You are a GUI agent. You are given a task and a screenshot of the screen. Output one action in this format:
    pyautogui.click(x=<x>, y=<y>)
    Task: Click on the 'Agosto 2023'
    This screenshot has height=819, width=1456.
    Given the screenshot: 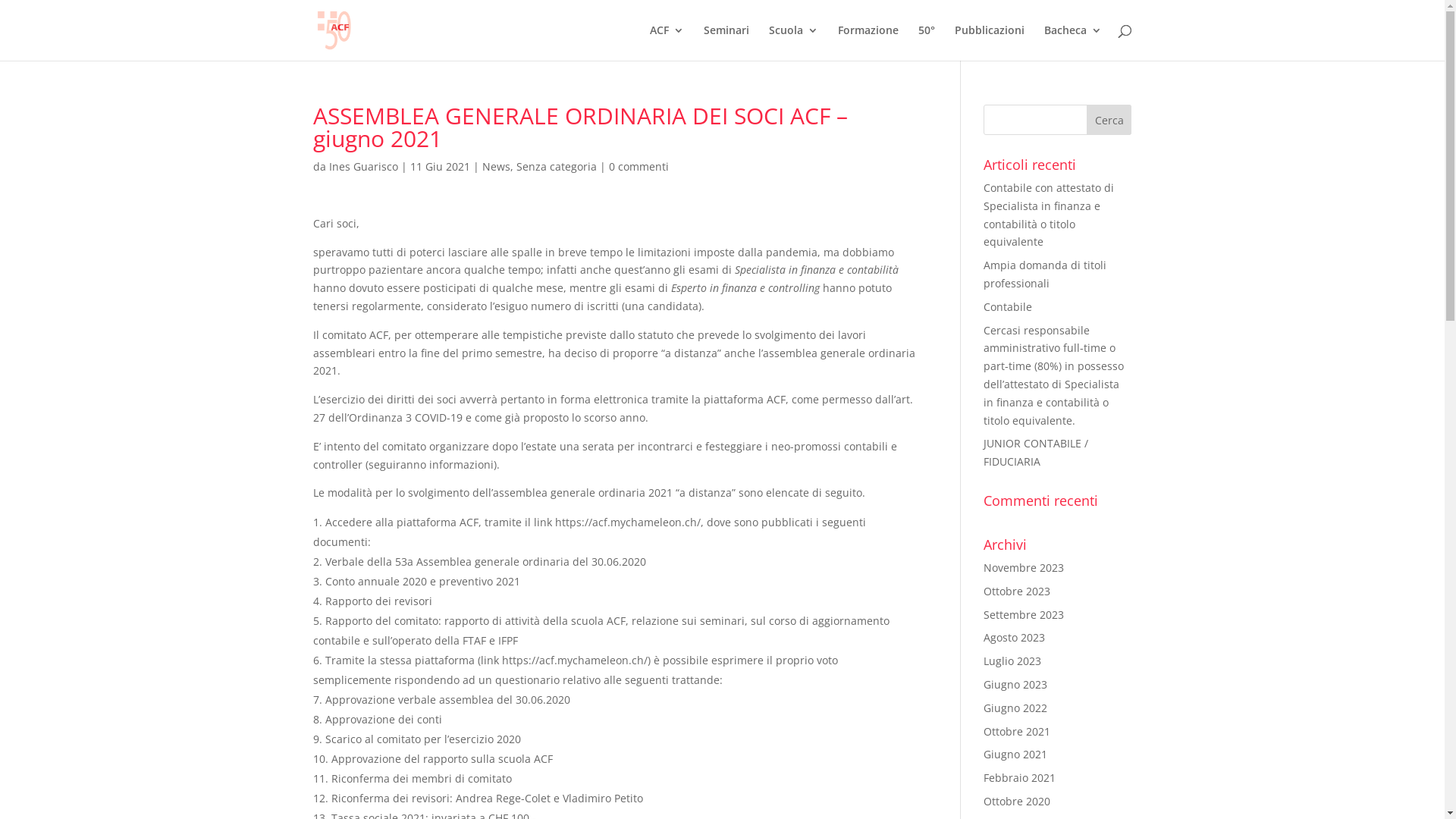 What is the action you would take?
    pyautogui.click(x=1014, y=637)
    